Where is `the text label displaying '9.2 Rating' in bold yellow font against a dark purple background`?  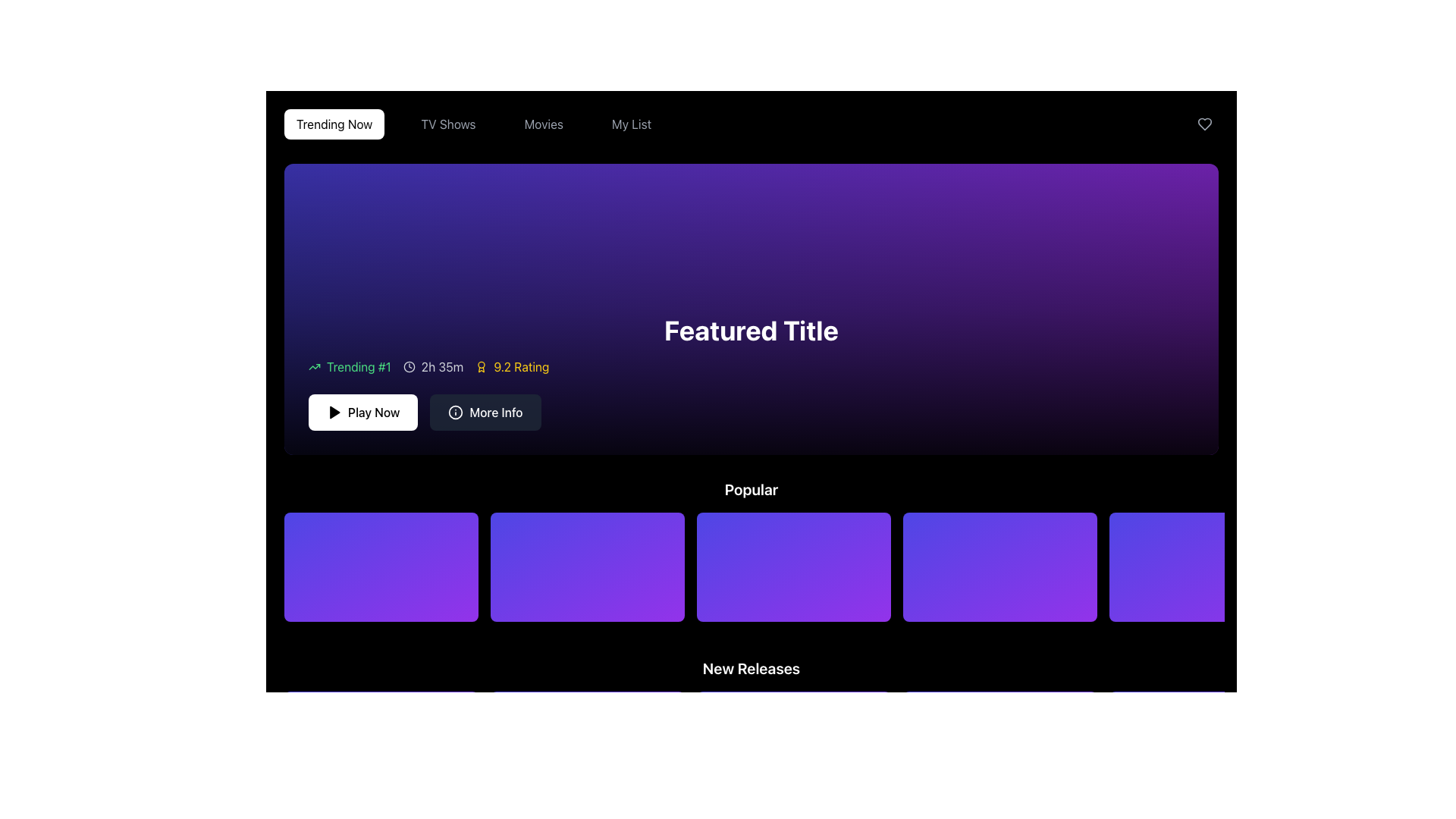
the text label displaying '9.2 Rating' in bold yellow font against a dark purple background is located at coordinates (521, 366).